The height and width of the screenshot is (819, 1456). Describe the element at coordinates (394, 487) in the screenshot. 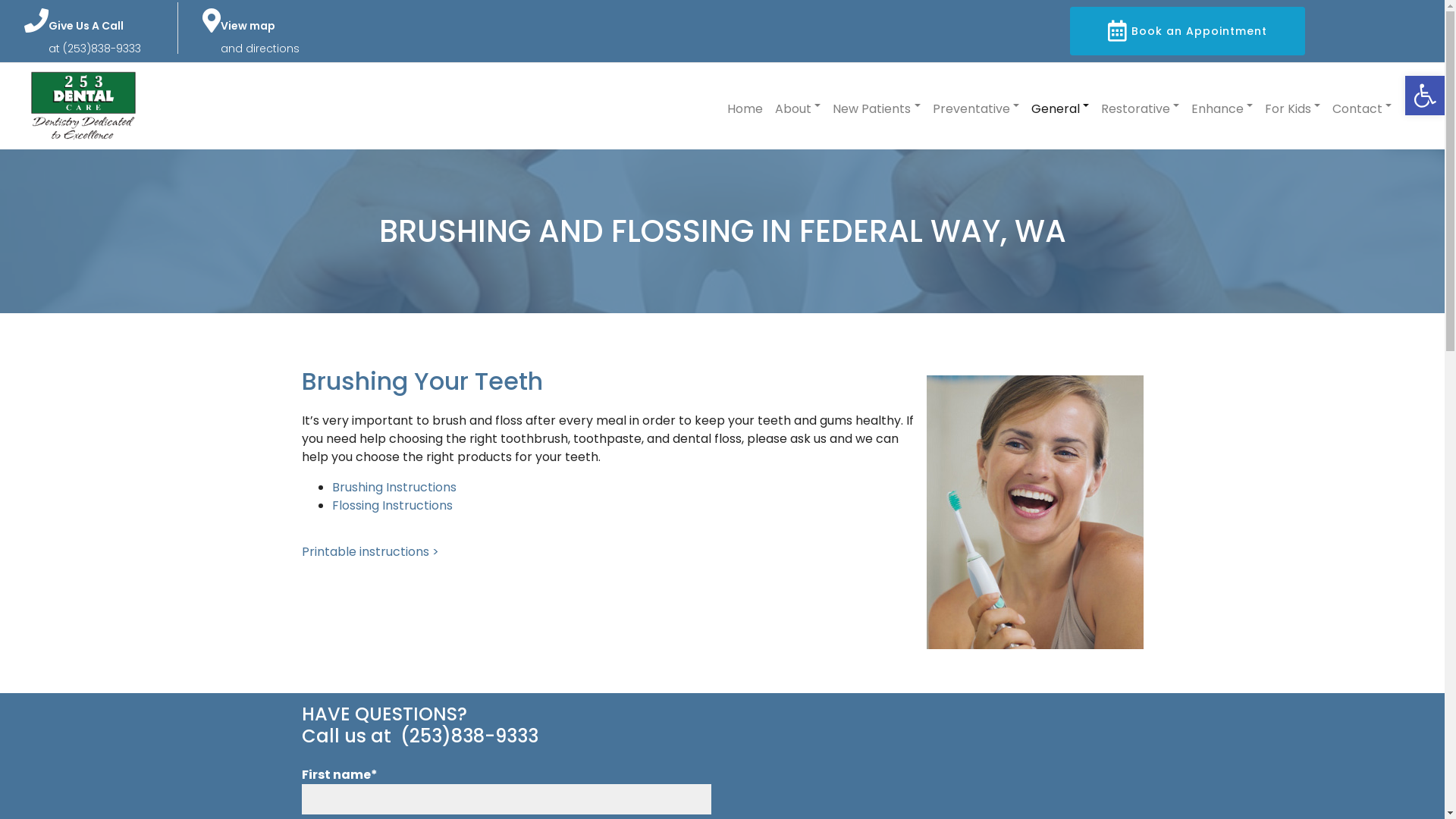

I see `'Brushing Instructions'` at that location.